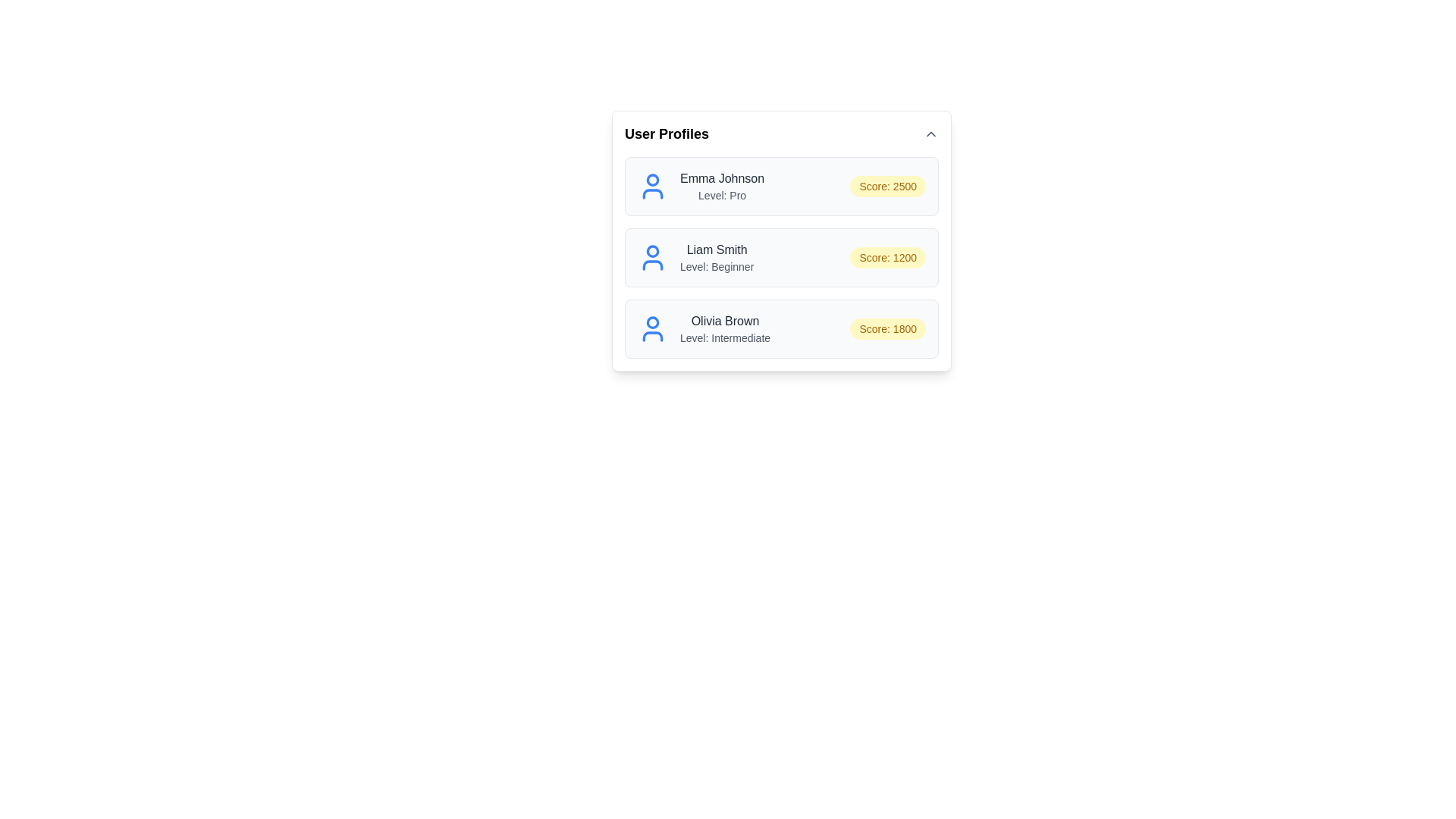  Describe the element at coordinates (652, 256) in the screenshot. I see `the user profile icon for 'Liam Smith' located in the second profile card of the 'User Profiles' section, which is a vector icon resembling a person profile outlined in bold blue color` at that location.